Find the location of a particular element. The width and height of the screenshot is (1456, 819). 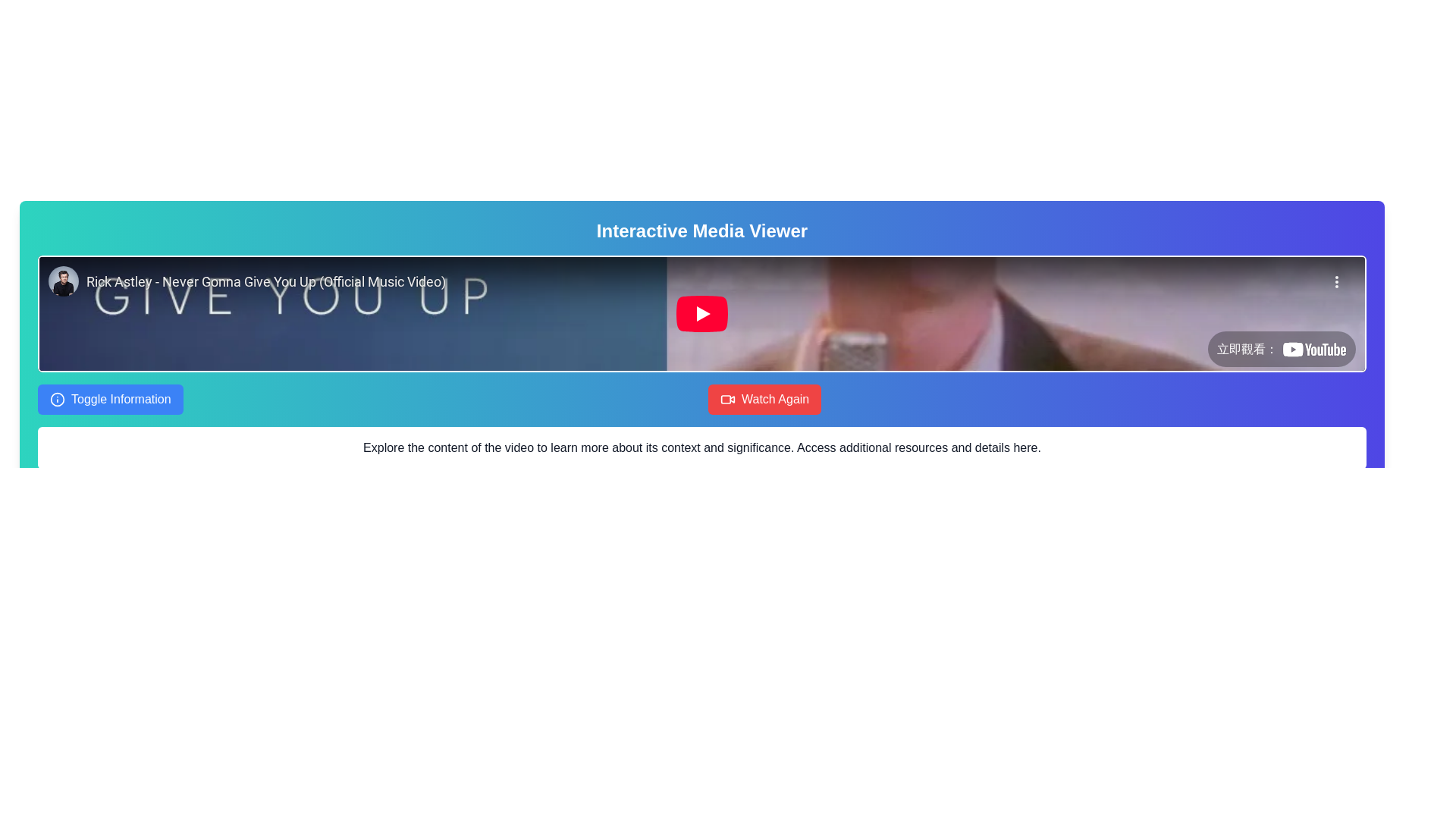

the toggle visibility button located in the lower left part of the blue-green section beneath the media viewer for keyboard navigation is located at coordinates (109, 399).